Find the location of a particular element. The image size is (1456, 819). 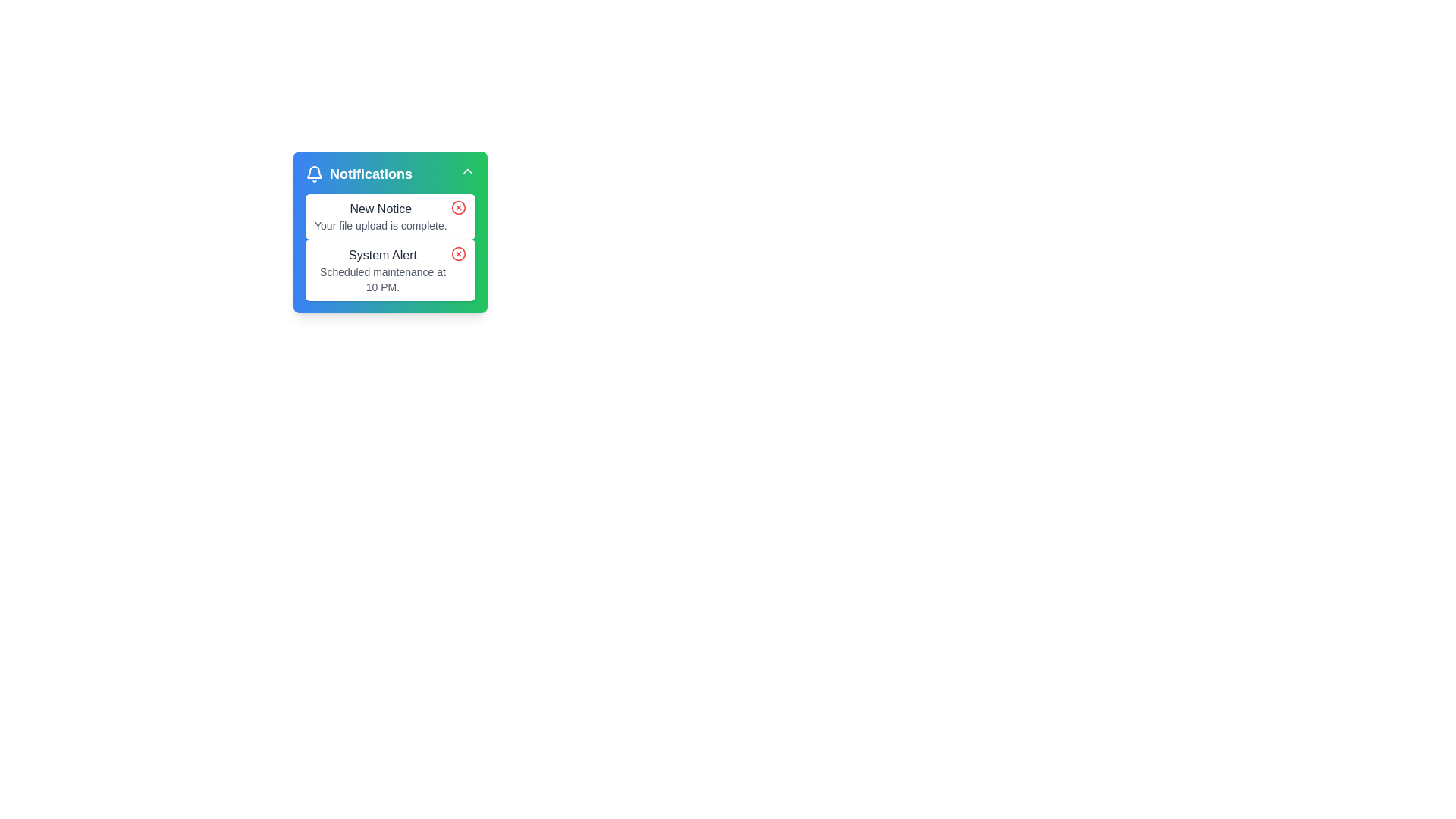

notification message from the Notification card located in the notification panel, which is the first item in the vertically stacked list of notifications is located at coordinates (390, 216).